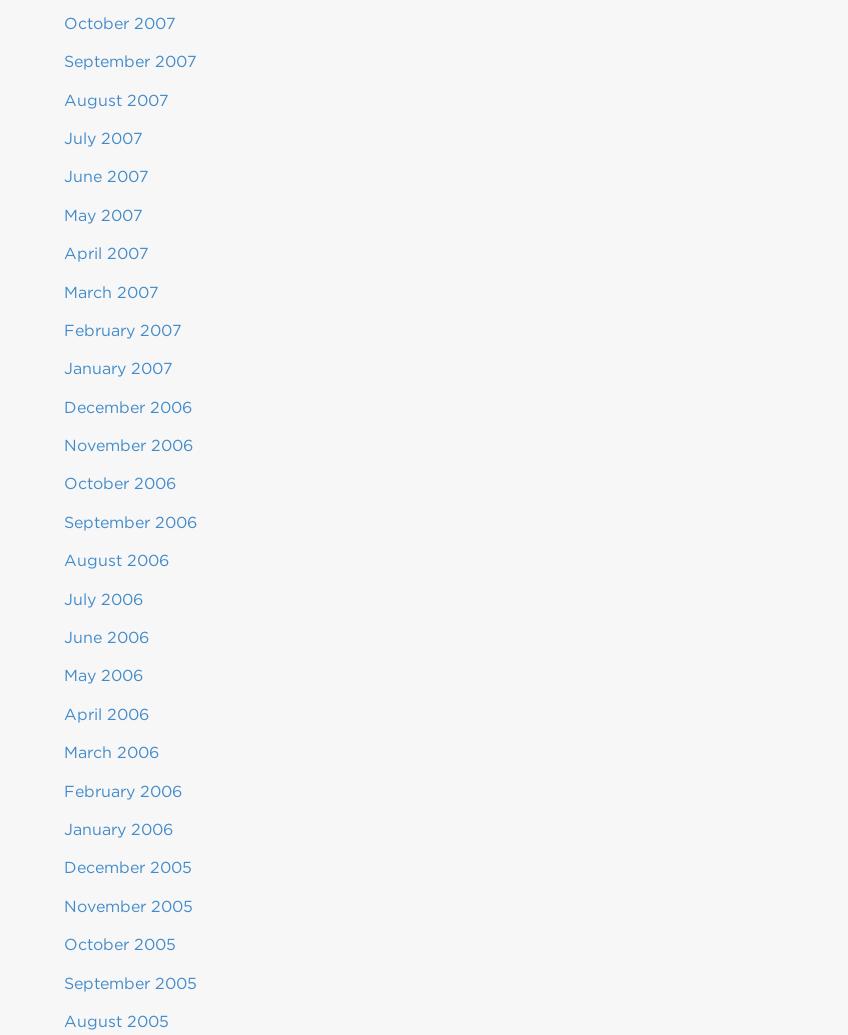 Image resolution: width=848 pixels, height=1035 pixels. I want to click on 'May 2006', so click(103, 674).